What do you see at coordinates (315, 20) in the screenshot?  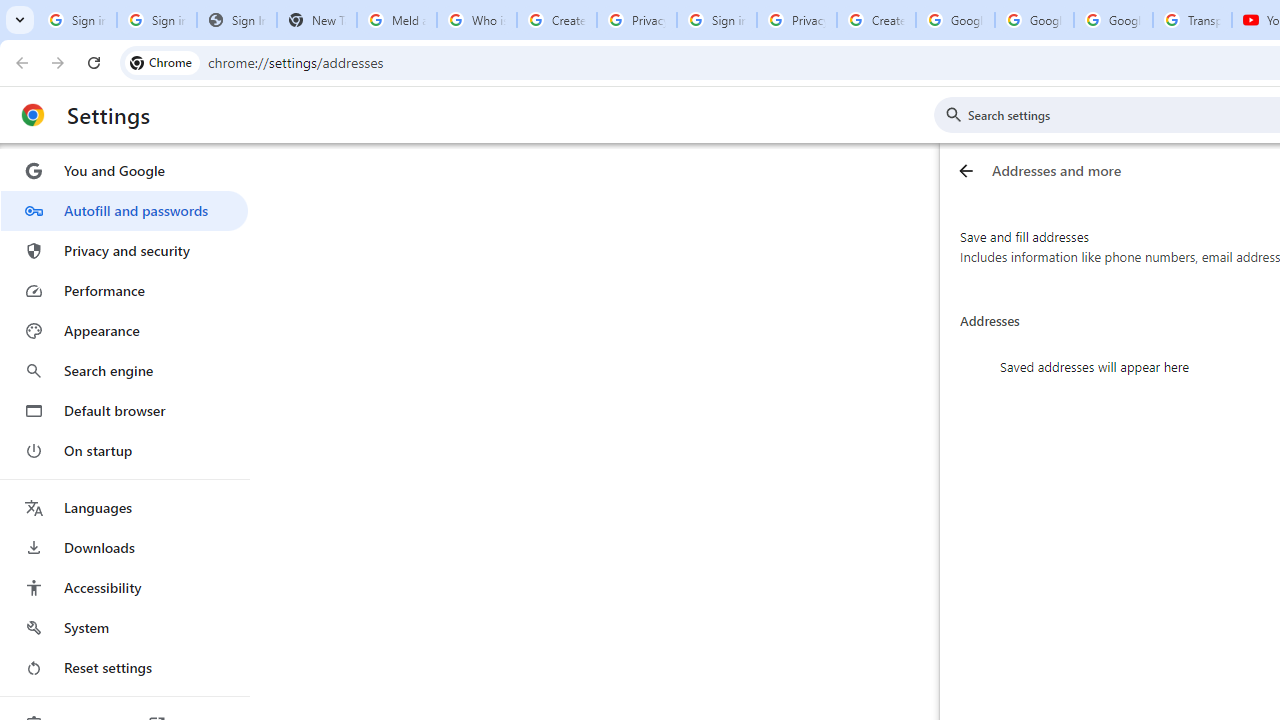 I see `'New Tab'` at bounding box center [315, 20].